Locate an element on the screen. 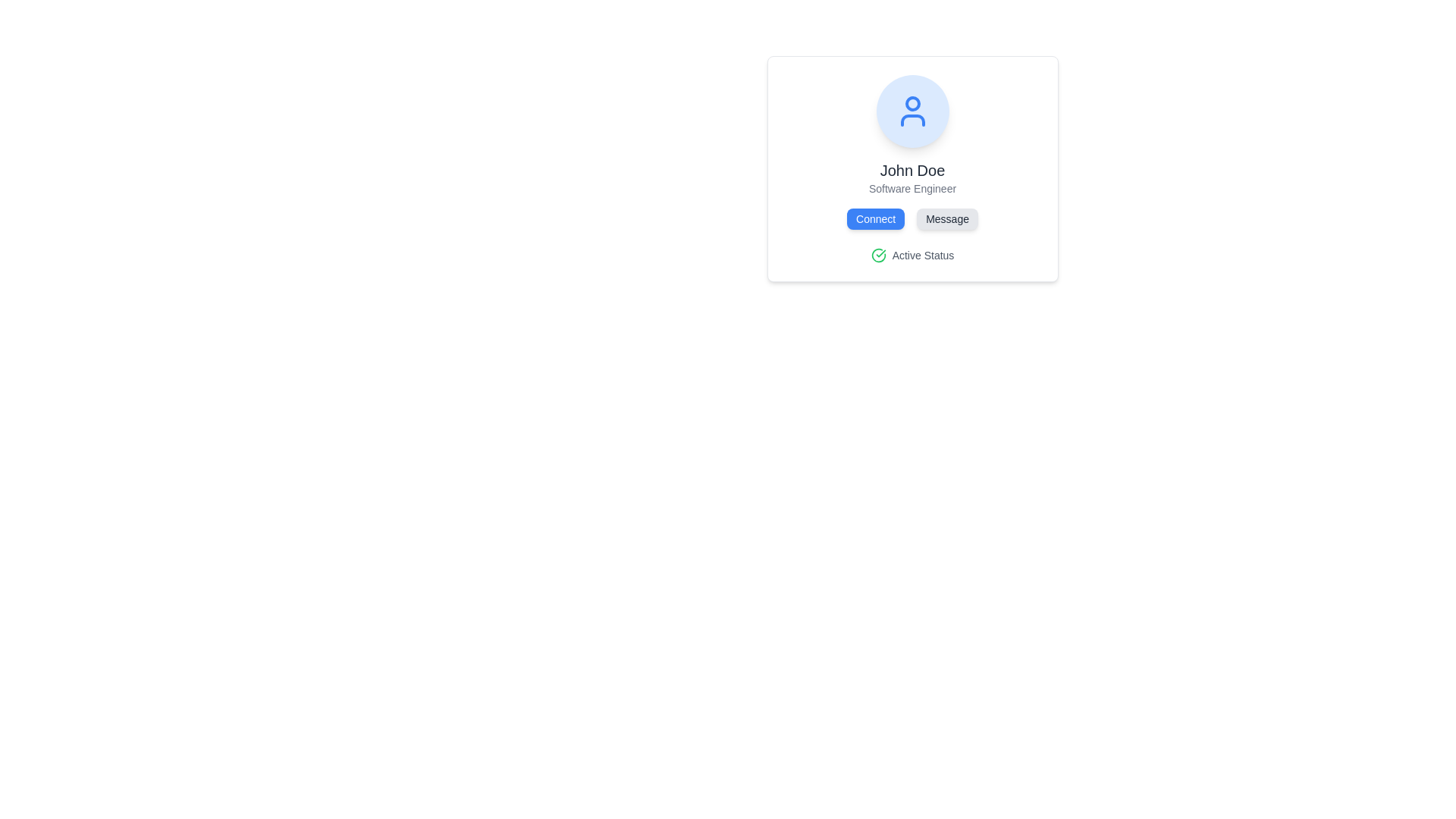  text content 'John Doe' from the Text Label which serves as the header in the profile card, positioned above the 'Software Engineer' text is located at coordinates (912, 170).